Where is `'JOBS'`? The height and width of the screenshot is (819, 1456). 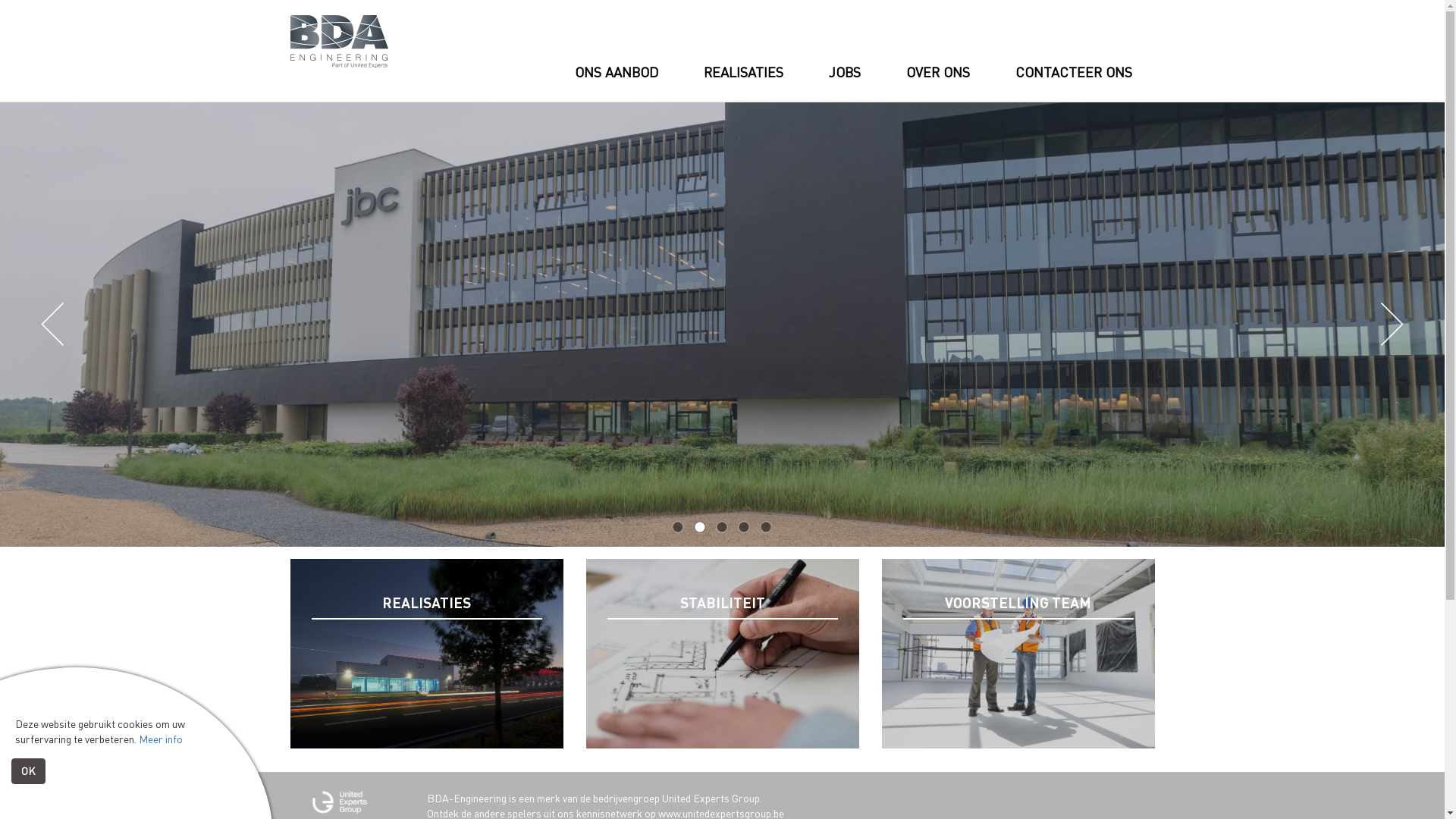
'JOBS' is located at coordinates (843, 79).